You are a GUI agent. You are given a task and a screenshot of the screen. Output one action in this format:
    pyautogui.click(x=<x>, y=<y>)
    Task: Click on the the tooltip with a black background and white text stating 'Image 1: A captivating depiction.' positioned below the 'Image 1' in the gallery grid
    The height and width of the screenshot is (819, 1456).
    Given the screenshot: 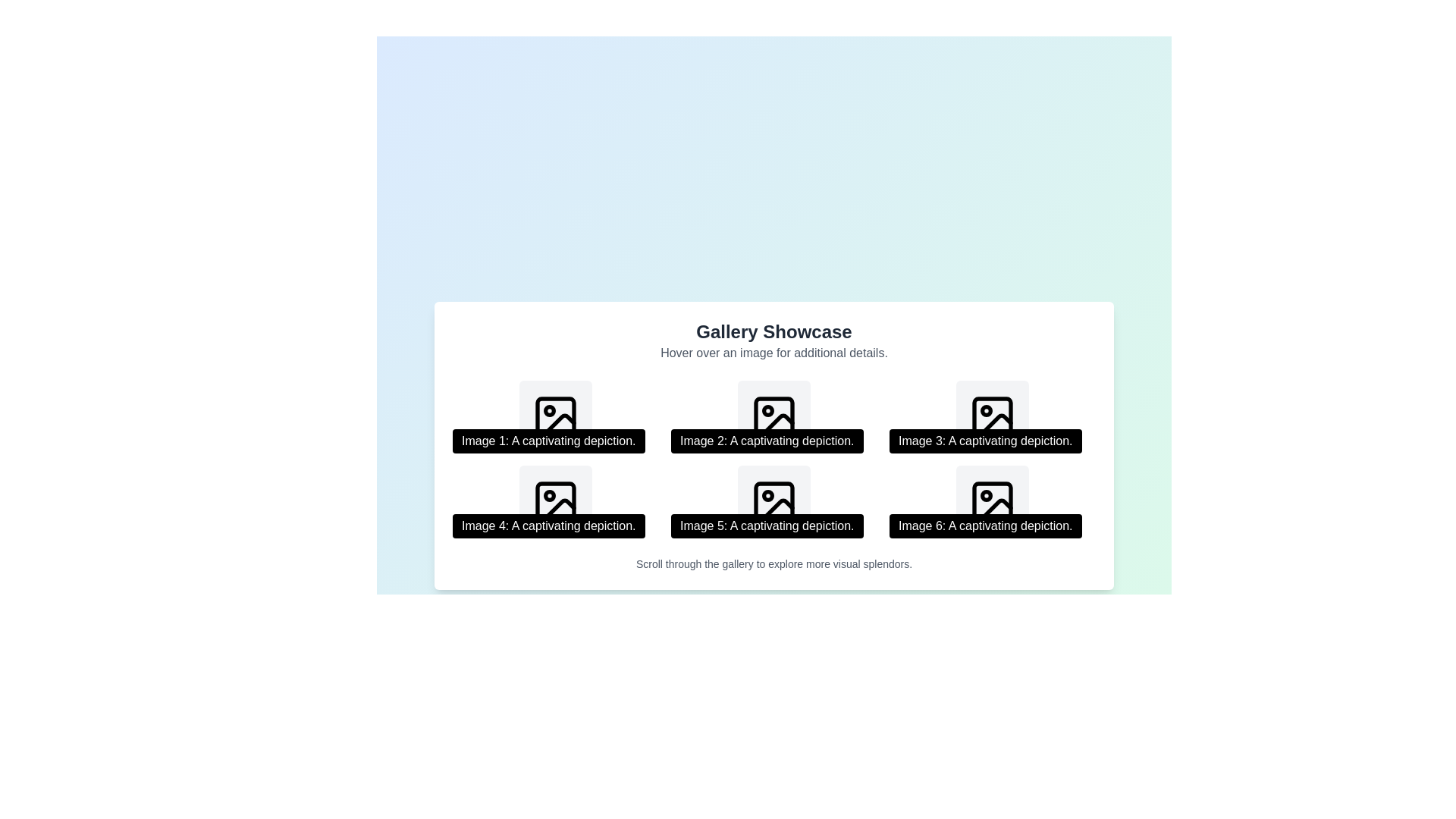 What is the action you would take?
    pyautogui.click(x=548, y=441)
    